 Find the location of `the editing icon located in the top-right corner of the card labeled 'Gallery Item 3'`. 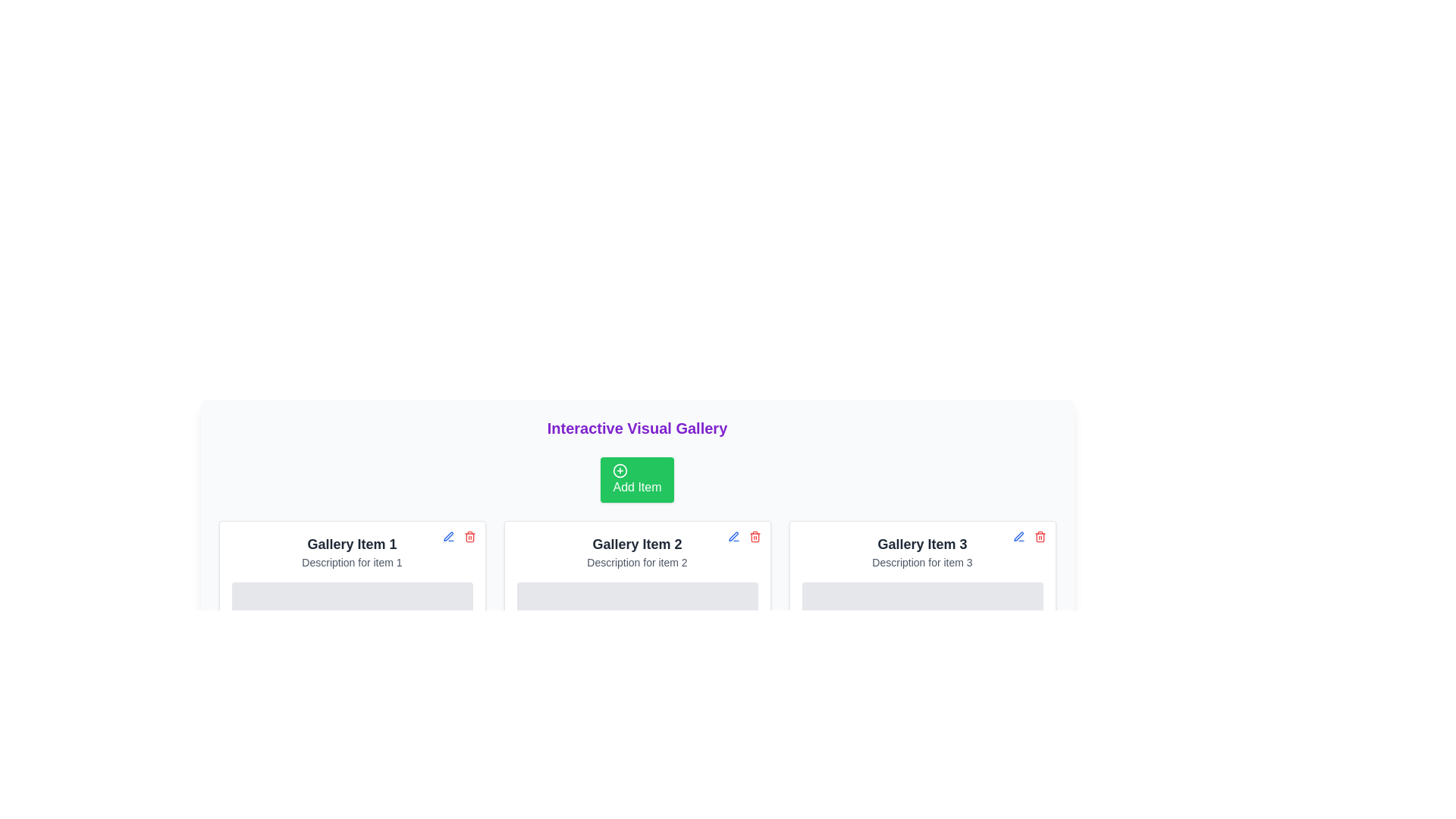

the editing icon located in the top-right corner of the card labeled 'Gallery Item 3' is located at coordinates (1018, 536).